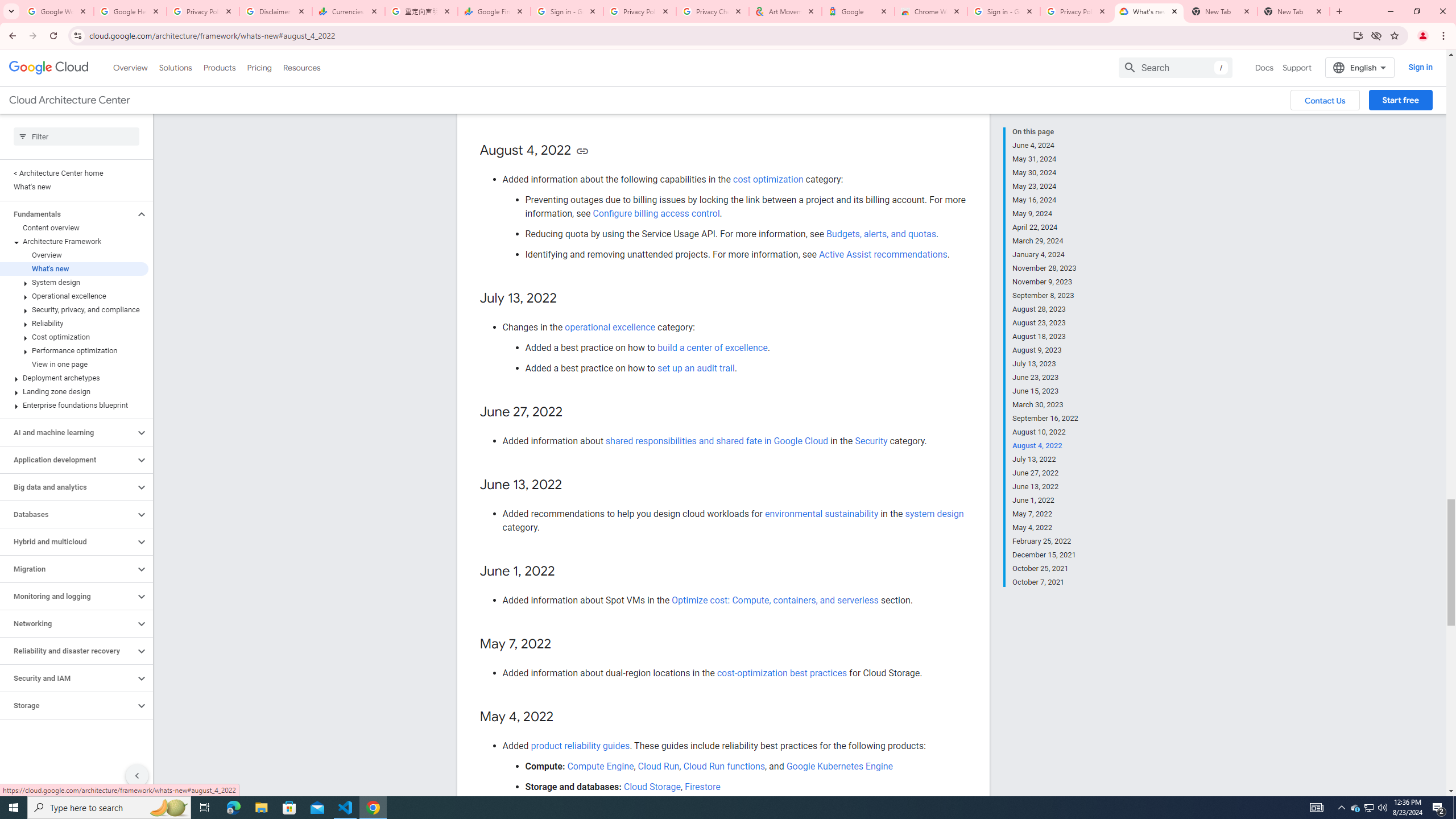 This screenshot has height=819, width=1456. Describe the element at coordinates (67, 705) in the screenshot. I see `'Storage'` at that location.